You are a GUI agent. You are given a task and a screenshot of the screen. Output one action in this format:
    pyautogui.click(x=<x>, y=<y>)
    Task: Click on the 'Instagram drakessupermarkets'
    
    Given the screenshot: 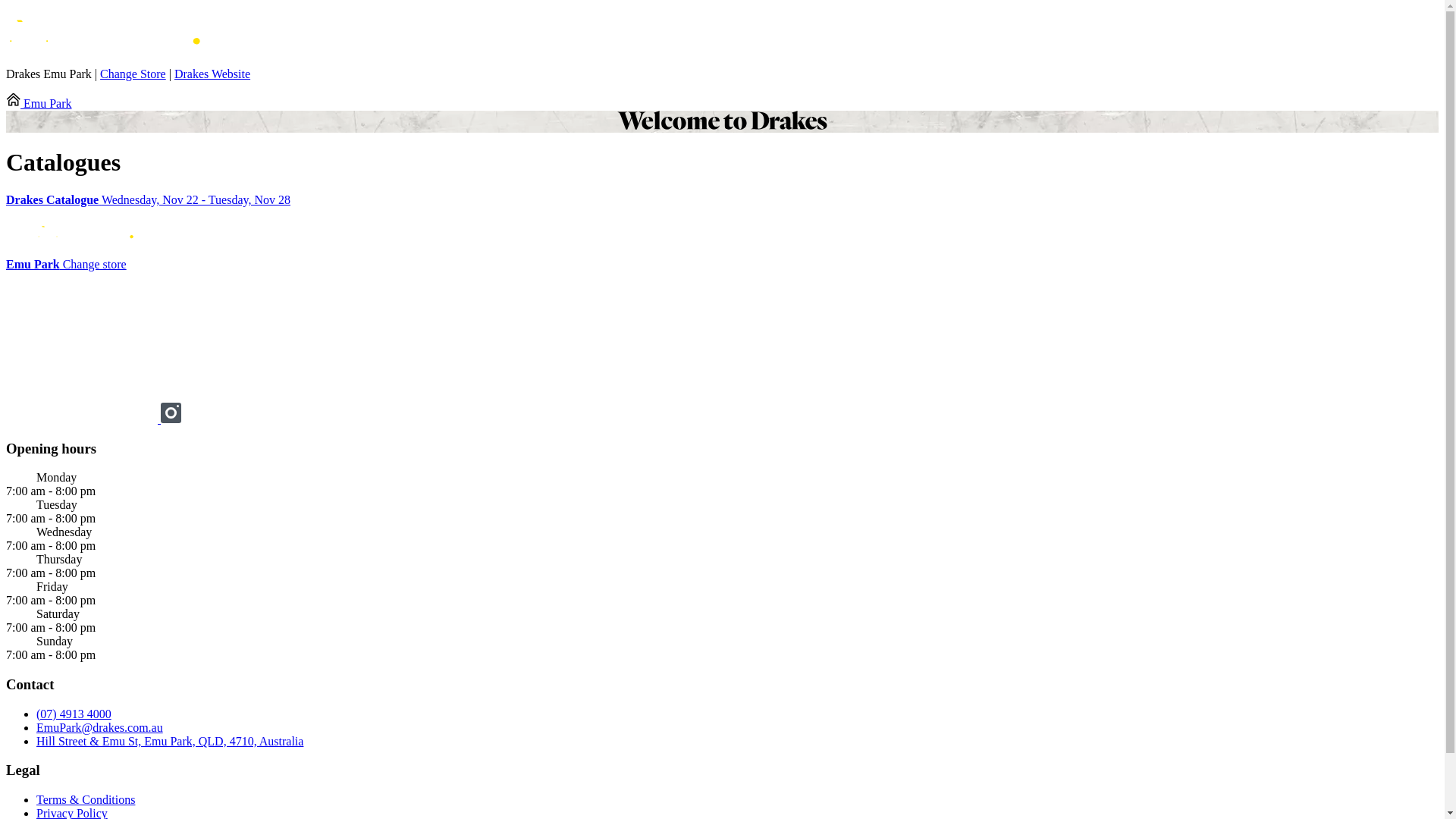 What is the action you would take?
    pyautogui.click(x=171, y=419)
    